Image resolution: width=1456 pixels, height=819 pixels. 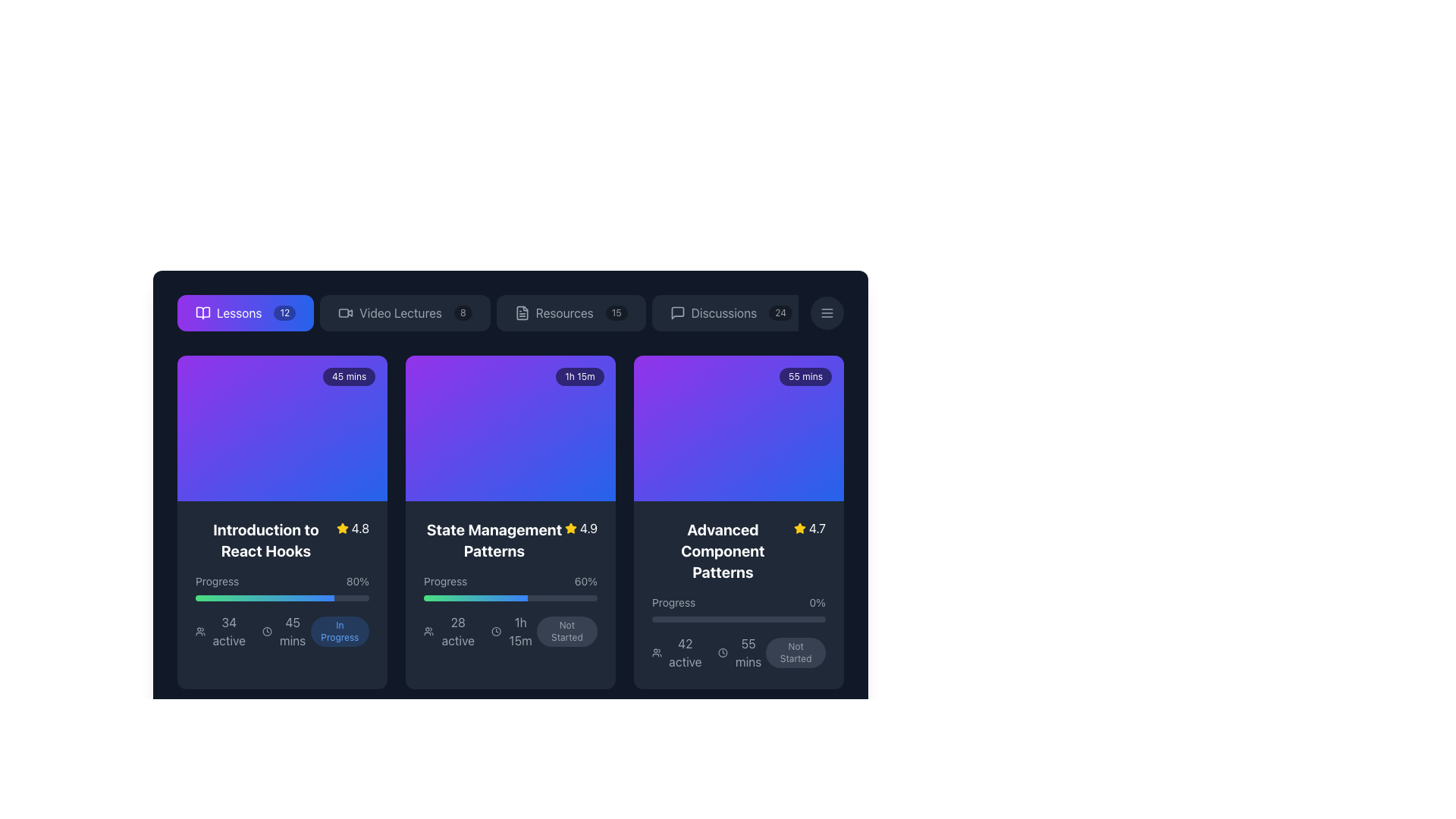 I want to click on the 'Resources' button, which is a rounded rectangular button with a paper icon and the text 'Resources' followed by a counter of '15', located in the top horizontal menu bar as the third item from the left, so click(x=570, y=312).